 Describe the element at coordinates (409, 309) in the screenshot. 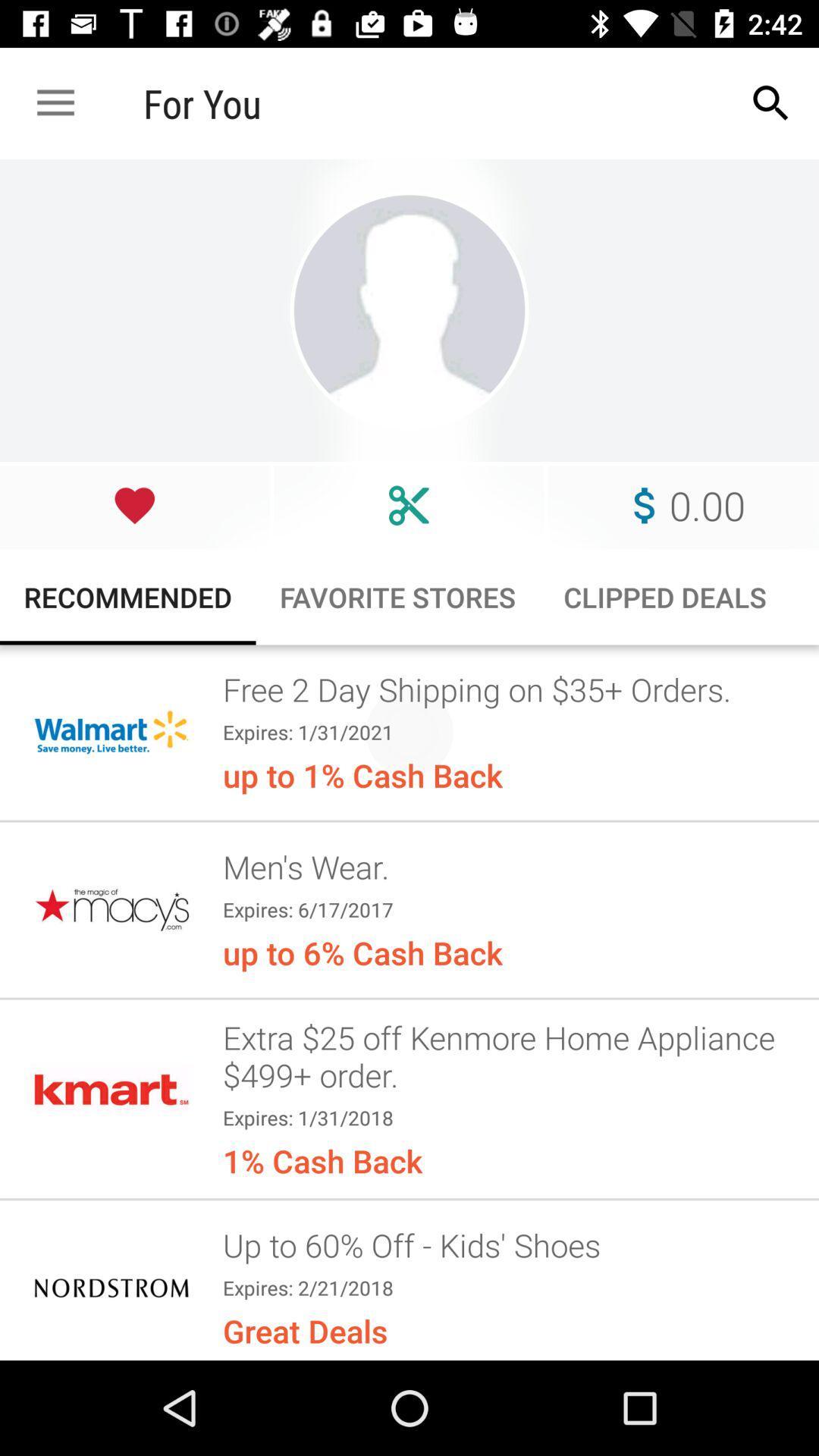

I see `visit their profile` at that location.